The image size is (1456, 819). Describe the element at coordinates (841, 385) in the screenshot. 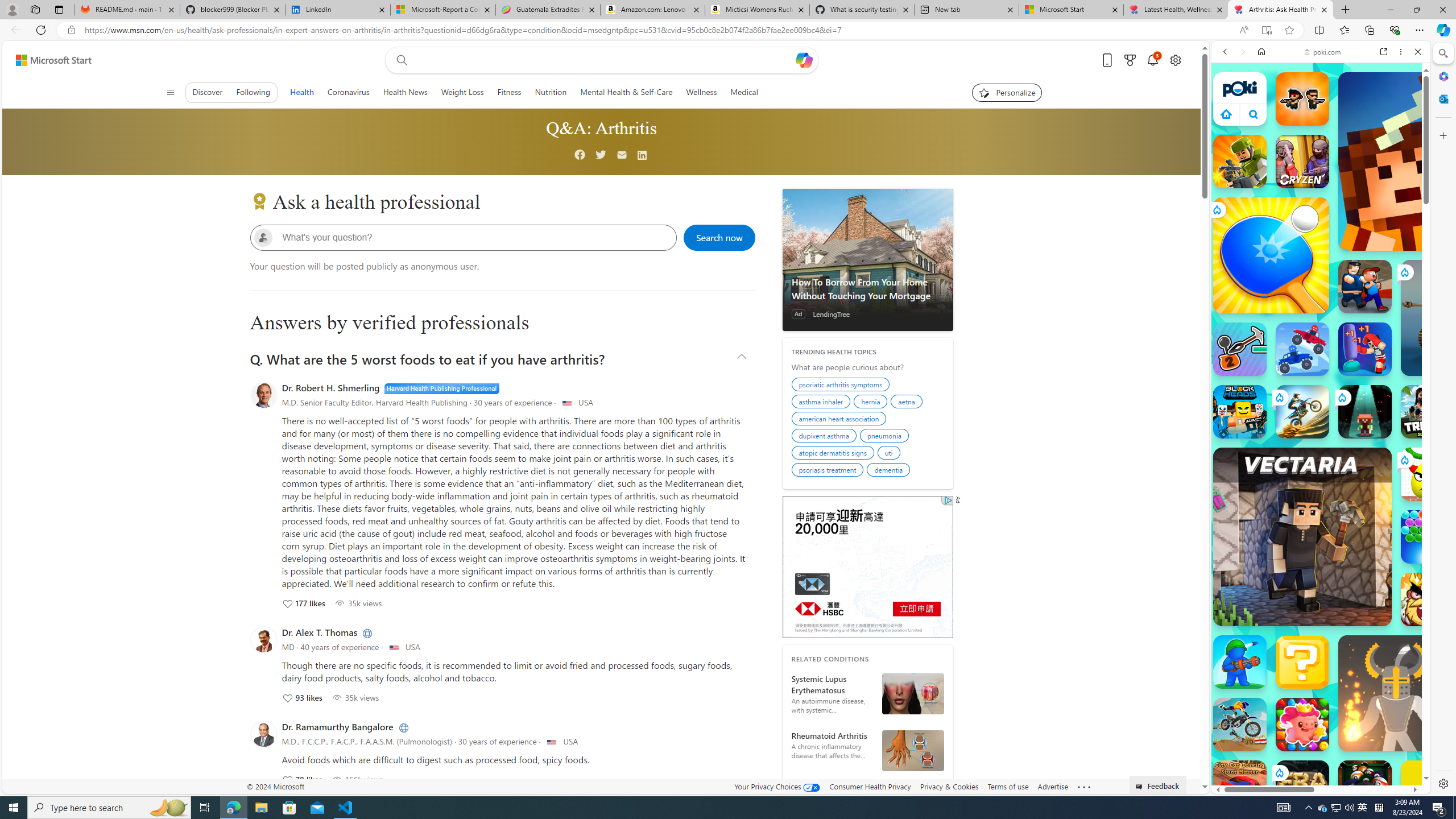

I see `'psoriatic arthritis symptoms'` at that location.